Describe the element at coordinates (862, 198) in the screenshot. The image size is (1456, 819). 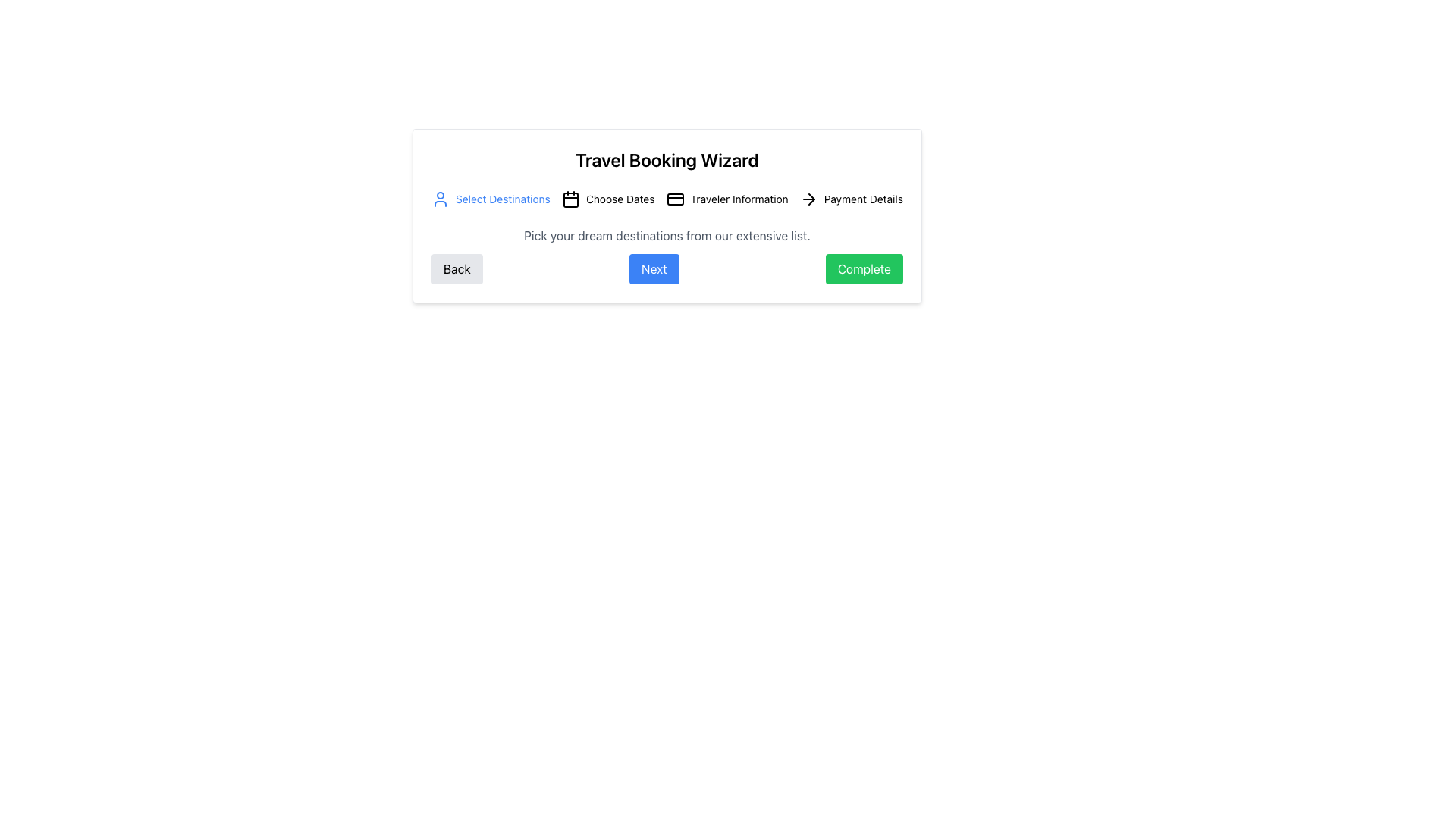
I see `the 'Payment Details' text label` at that location.